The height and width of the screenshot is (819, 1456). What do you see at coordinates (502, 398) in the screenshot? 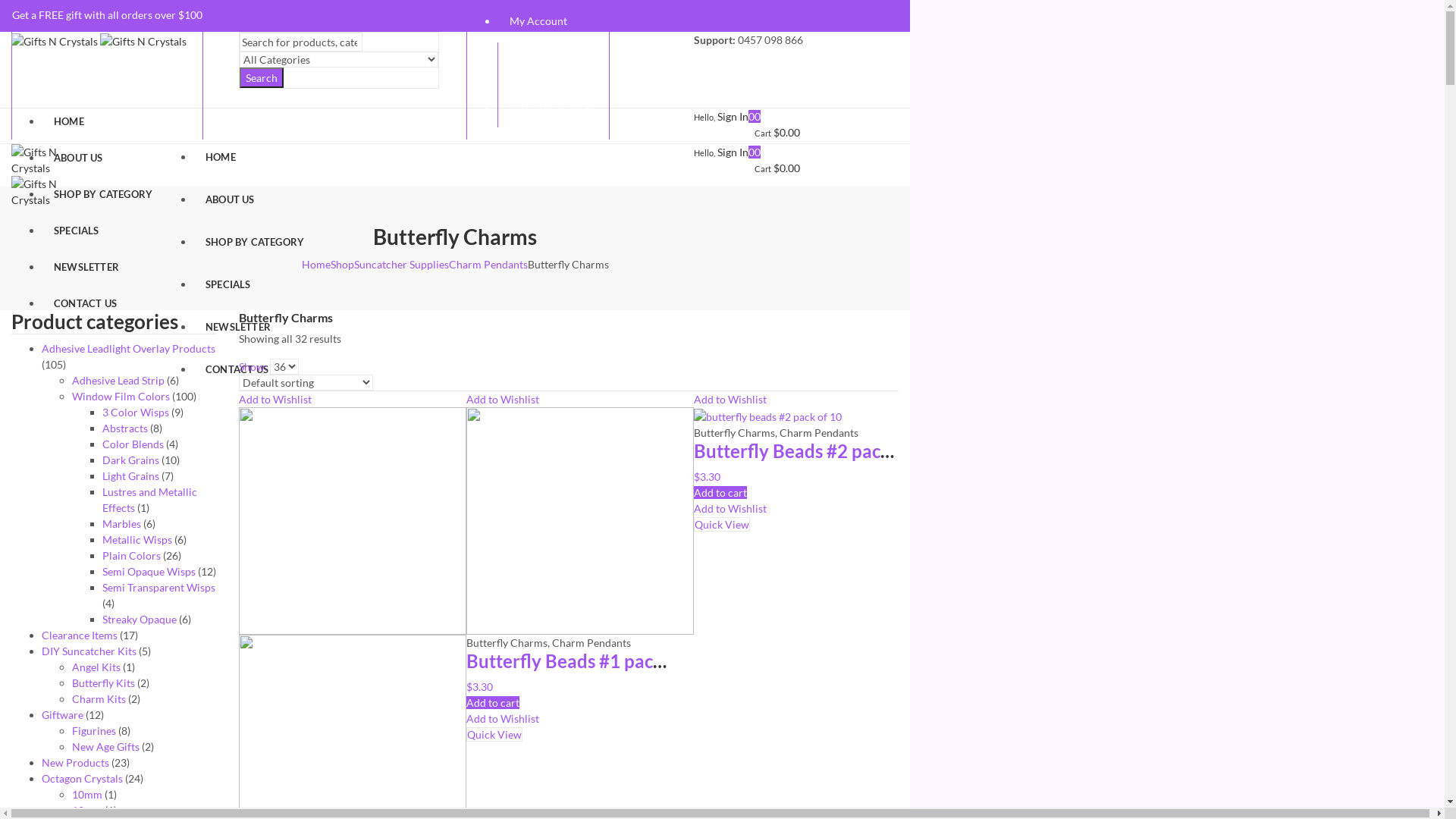
I see `'Add to Wishlist'` at bounding box center [502, 398].